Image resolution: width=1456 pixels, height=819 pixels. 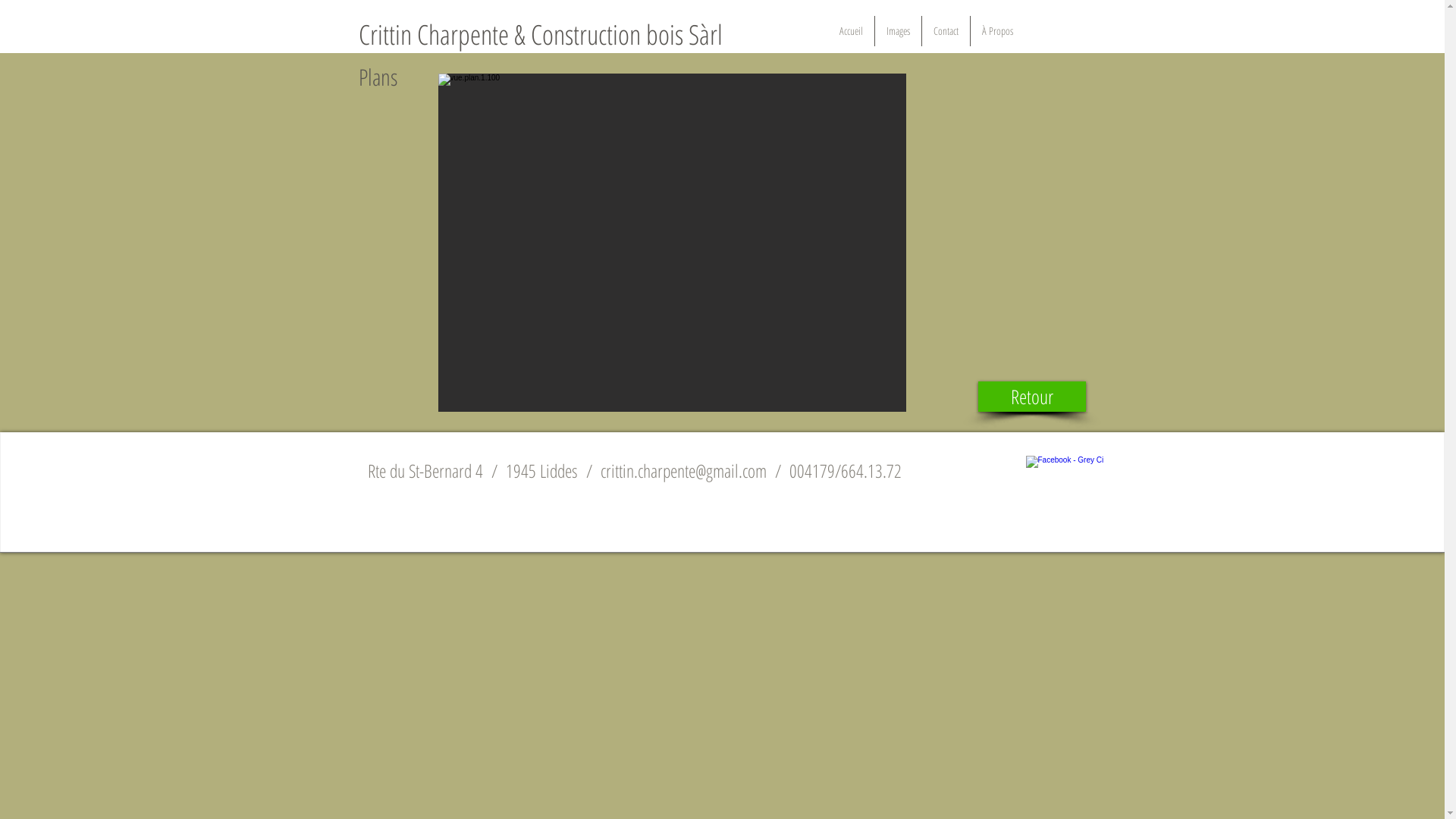 What do you see at coordinates (978, 396) in the screenshot?
I see `'Retour'` at bounding box center [978, 396].